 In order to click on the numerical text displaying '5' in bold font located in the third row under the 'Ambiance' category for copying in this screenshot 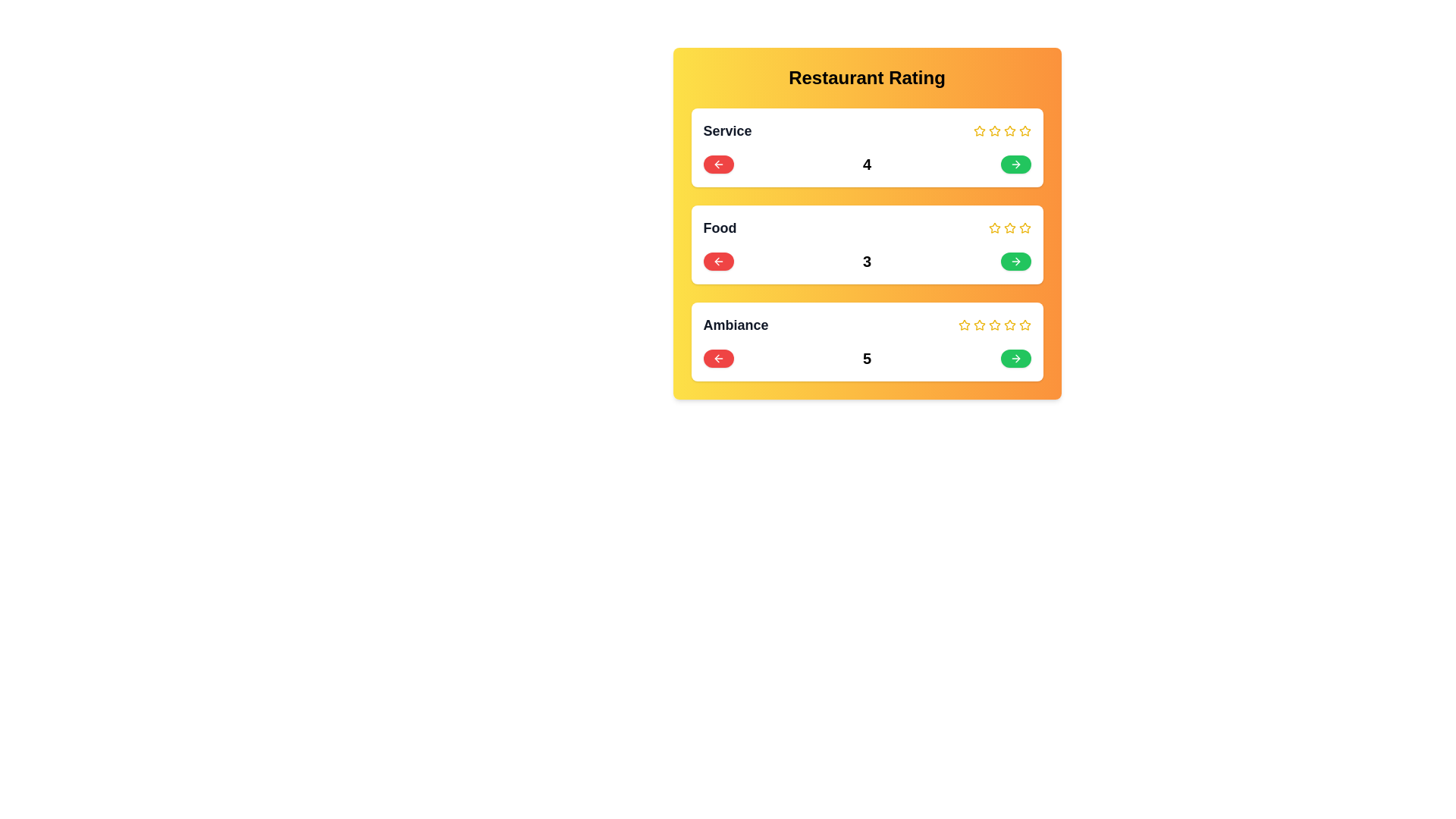, I will do `click(867, 359)`.